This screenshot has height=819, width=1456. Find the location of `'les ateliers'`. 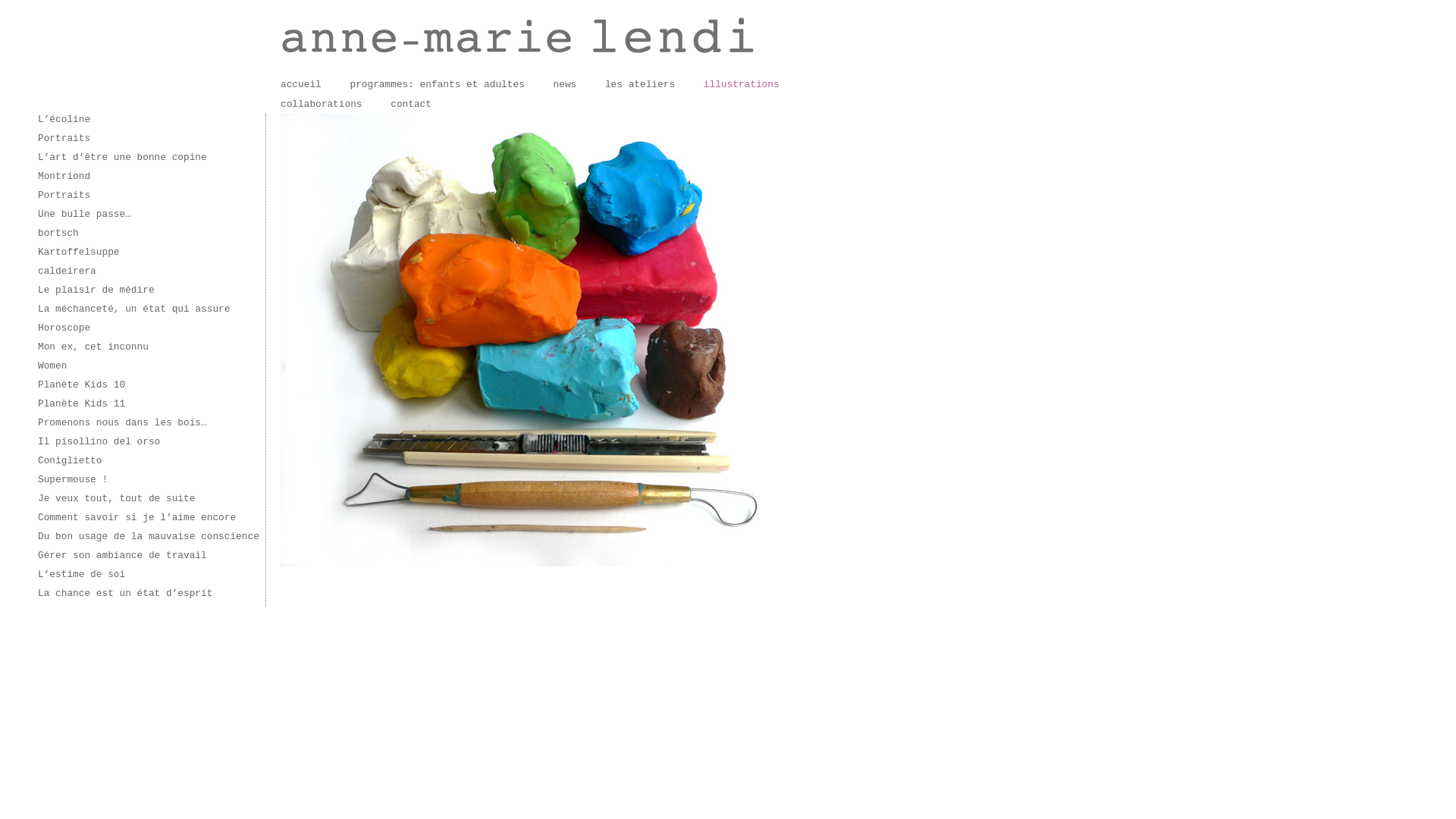

'les ateliers' is located at coordinates (640, 84).